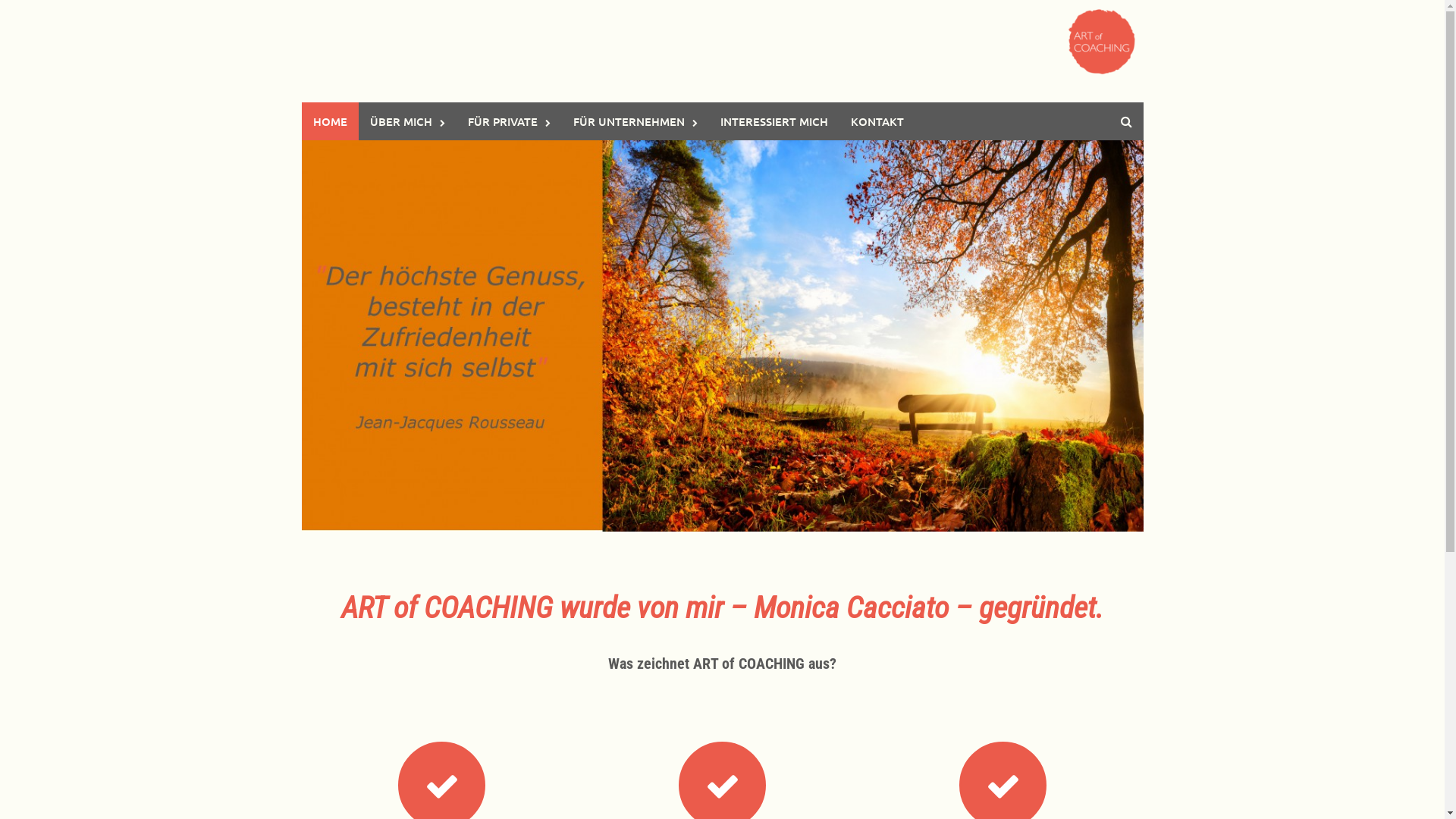  What do you see at coordinates (773, 120) in the screenshot?
I see `'INTERESSIERT MICH'` at bounding box center [773, 120].